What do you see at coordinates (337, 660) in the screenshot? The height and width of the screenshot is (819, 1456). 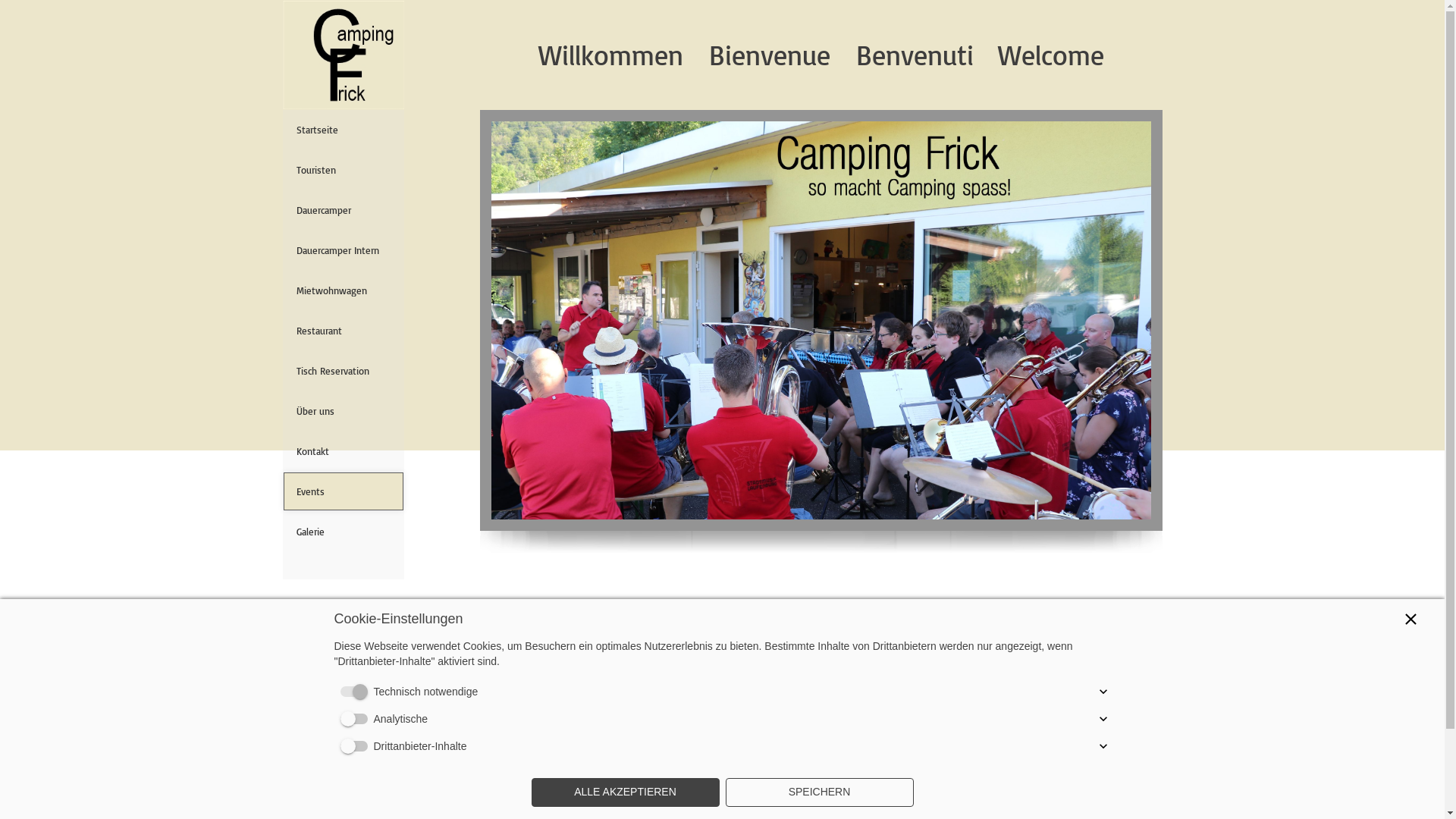 I see `'mehr'` at bounding box center [337, 660].